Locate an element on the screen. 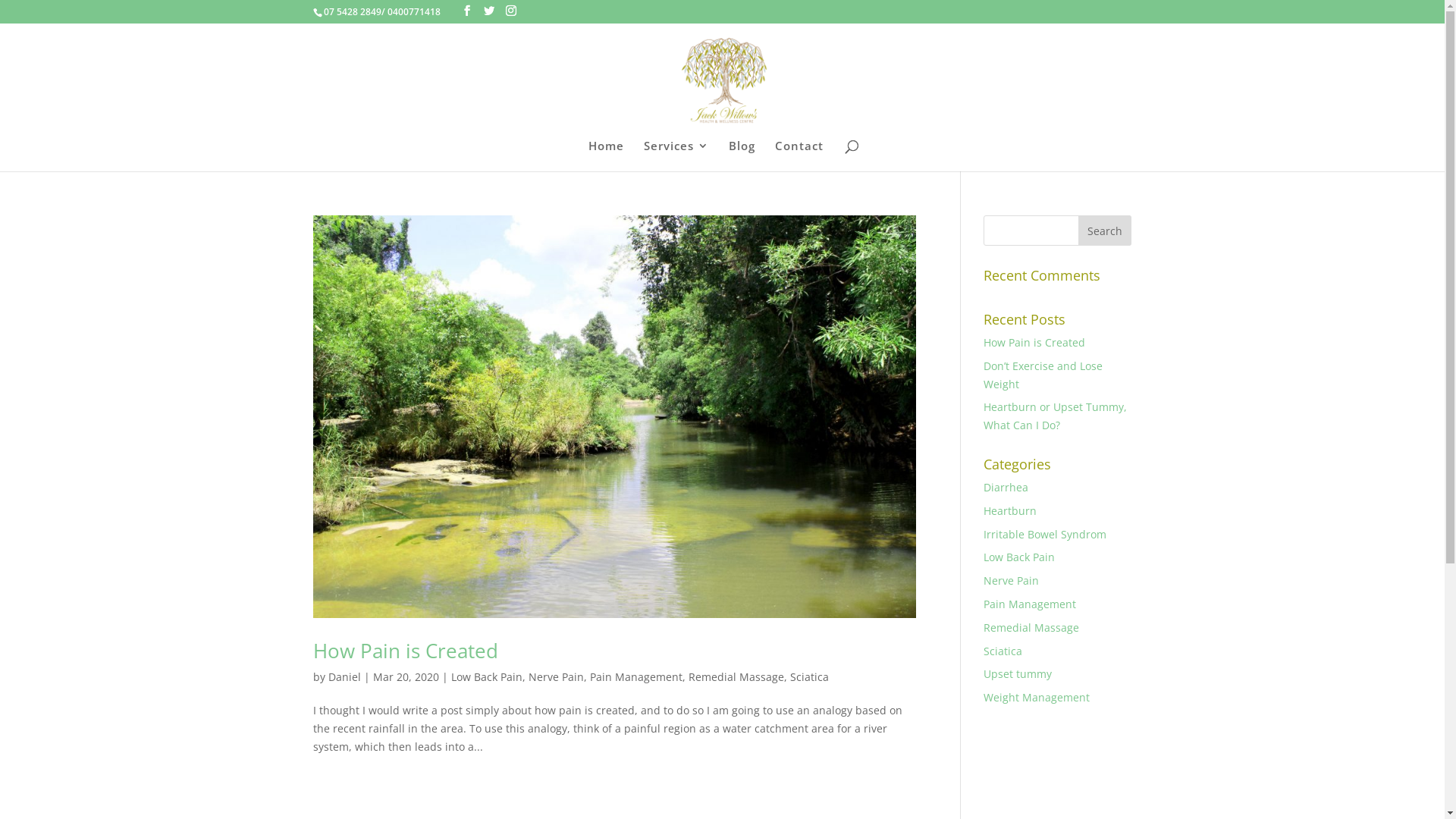  'Pain Management' is located at coordinates (1030, 603).